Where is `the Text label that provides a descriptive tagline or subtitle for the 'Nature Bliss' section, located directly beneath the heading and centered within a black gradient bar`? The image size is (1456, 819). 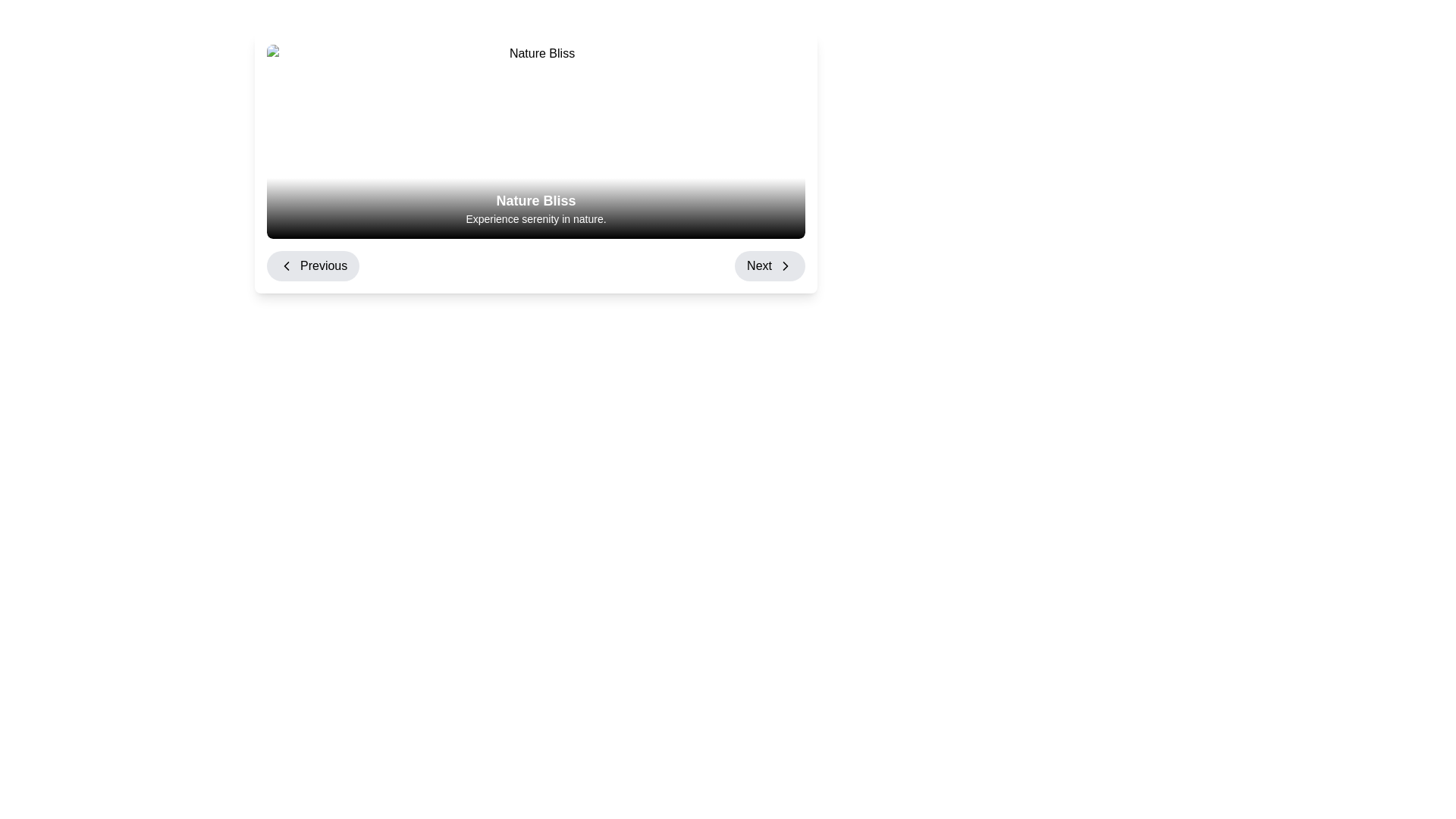 the Text label that provides a descriptive tagline or subtitle for the 'Nature Bliss' section, located directly beneath the heading and centered within a black gradient bar is located at coordinates (535, 219).